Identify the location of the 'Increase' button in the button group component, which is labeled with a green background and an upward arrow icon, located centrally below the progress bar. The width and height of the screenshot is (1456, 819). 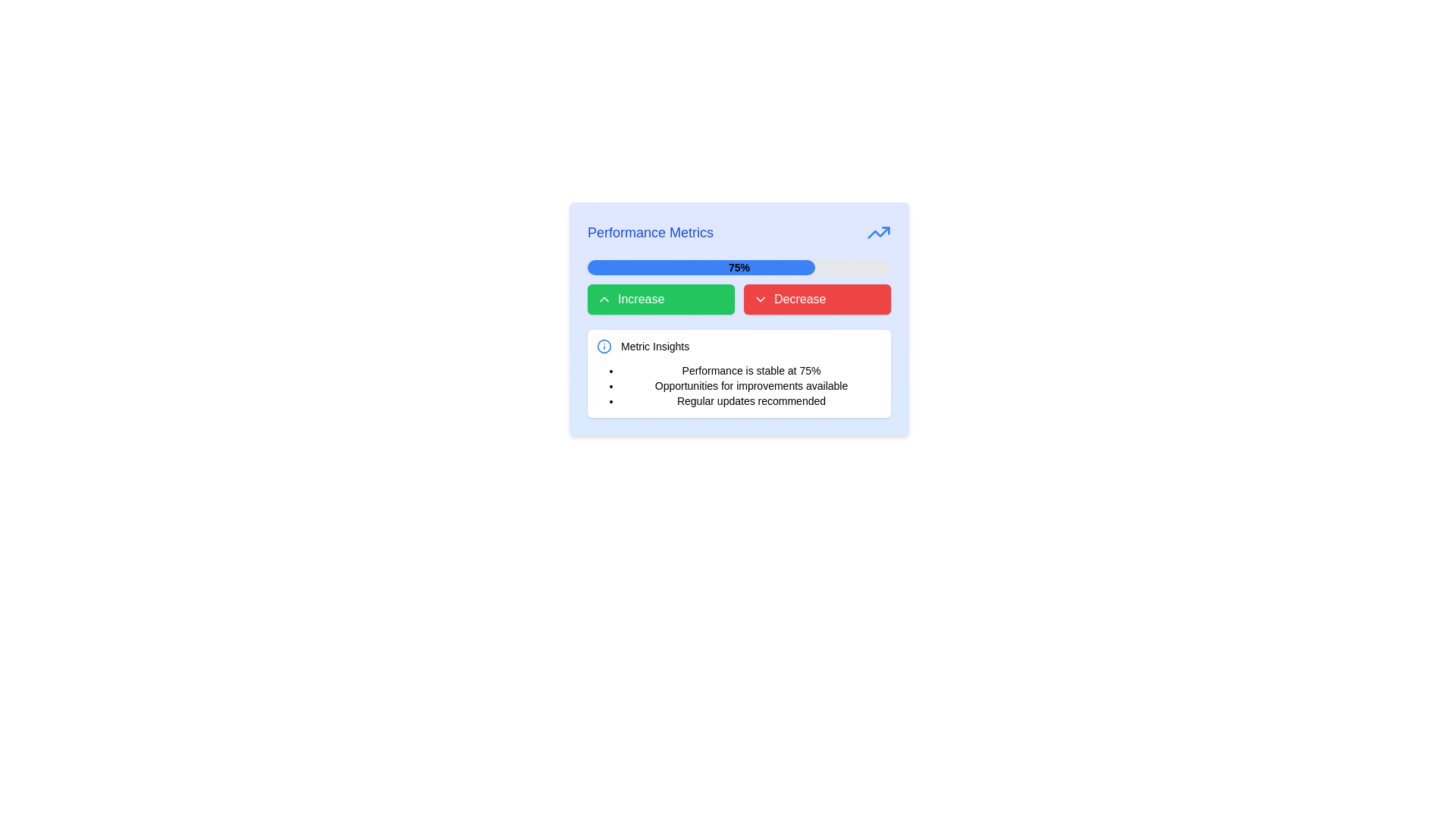
(739, 299).